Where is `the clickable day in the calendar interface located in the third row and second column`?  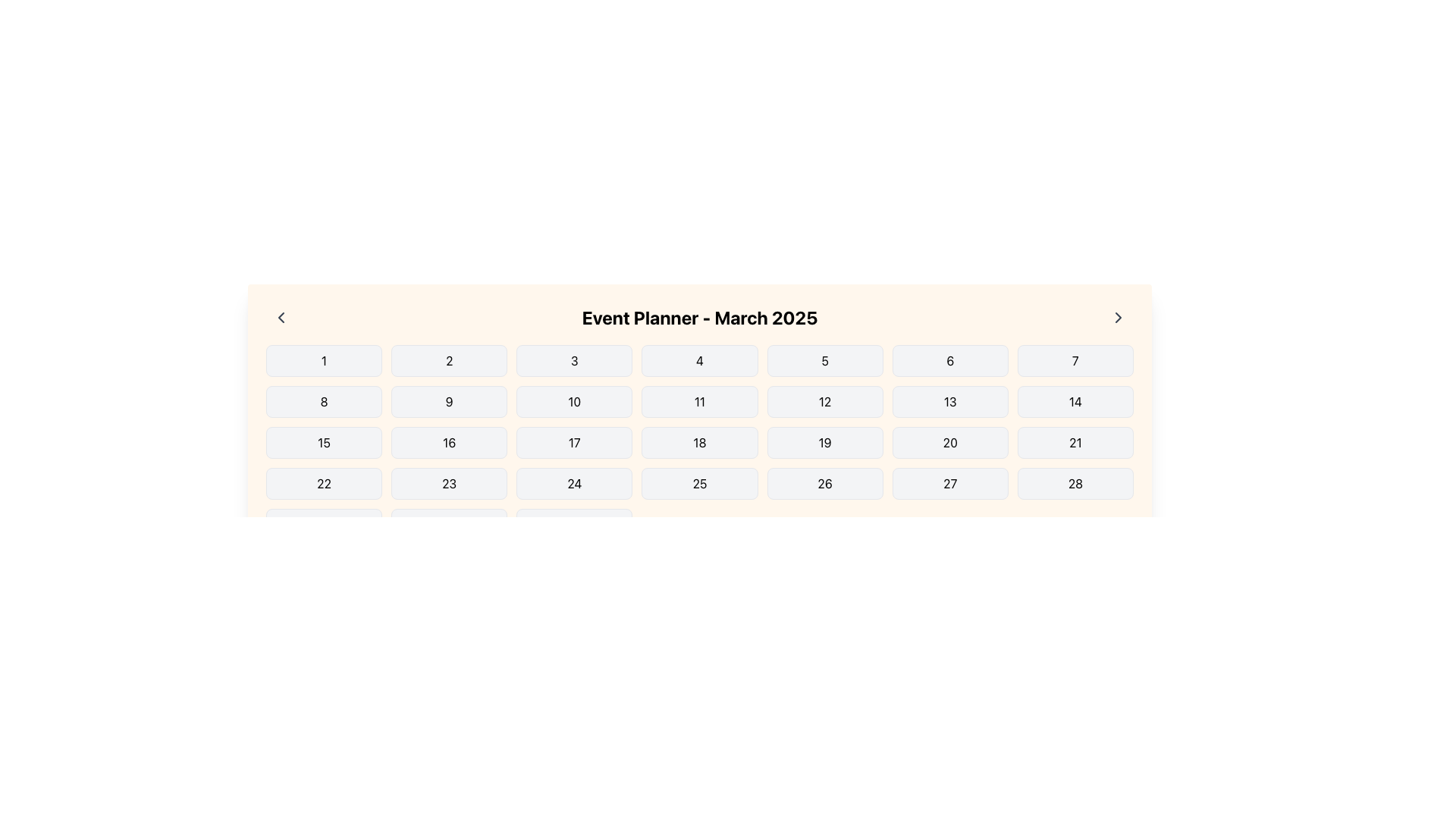 the clickable day in the calendar interface located in the third row and second column is located at coordinates (323, 442).